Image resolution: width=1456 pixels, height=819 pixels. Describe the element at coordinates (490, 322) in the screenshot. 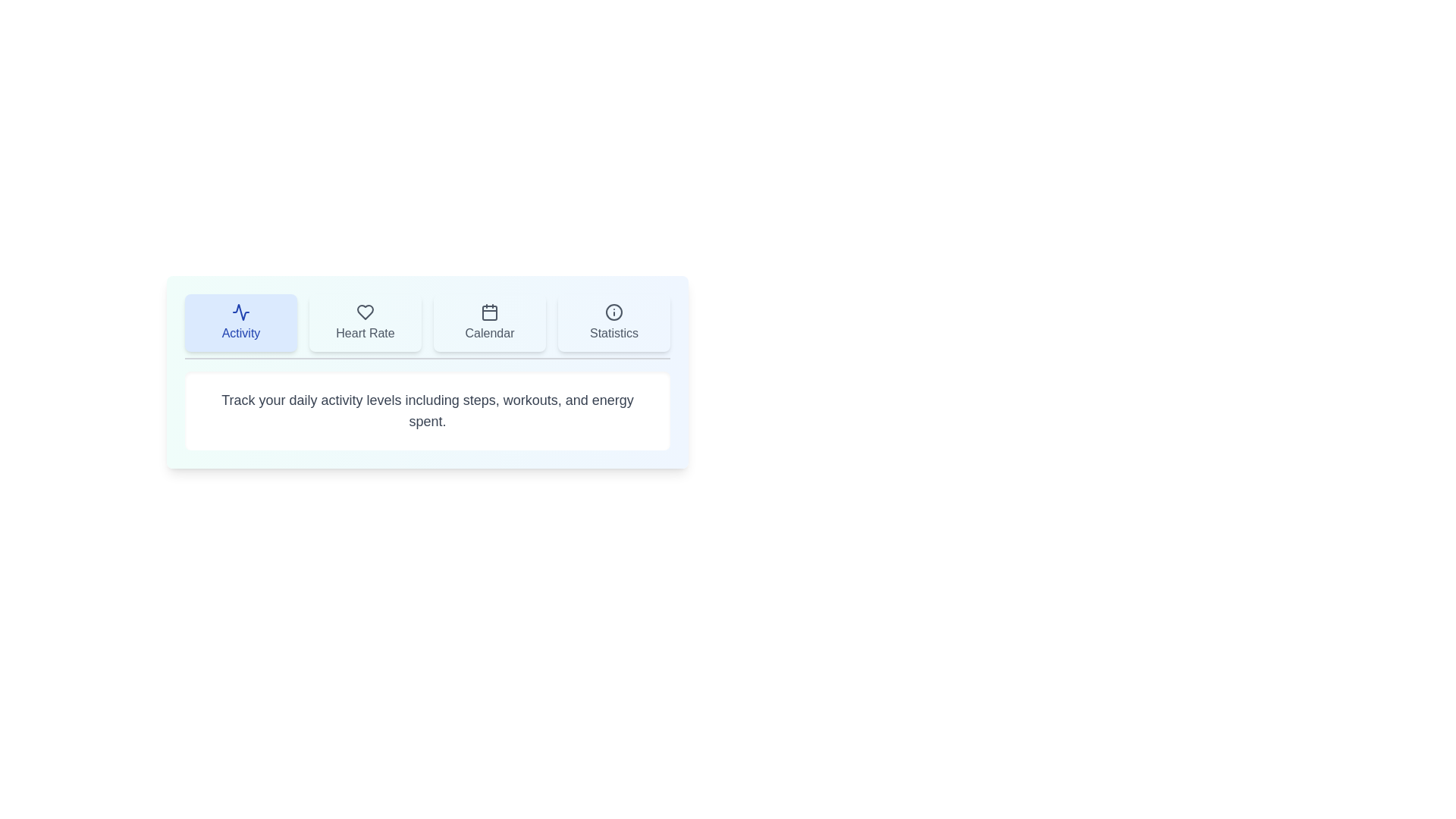

I see `the tab button labeled Calendar to observe its visual effects` at that location.